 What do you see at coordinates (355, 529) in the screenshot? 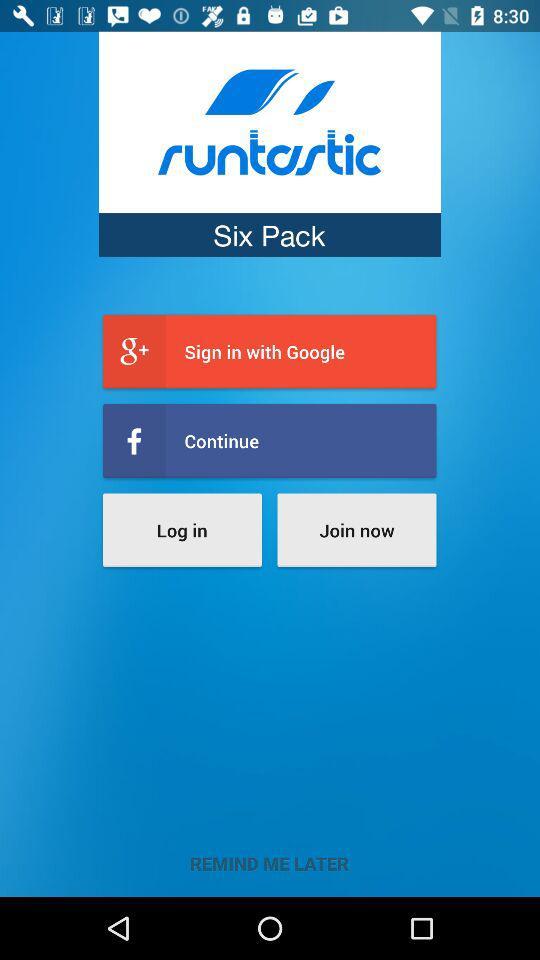
I see `the icon next to the log in icon` at bounding box center [355, 529].